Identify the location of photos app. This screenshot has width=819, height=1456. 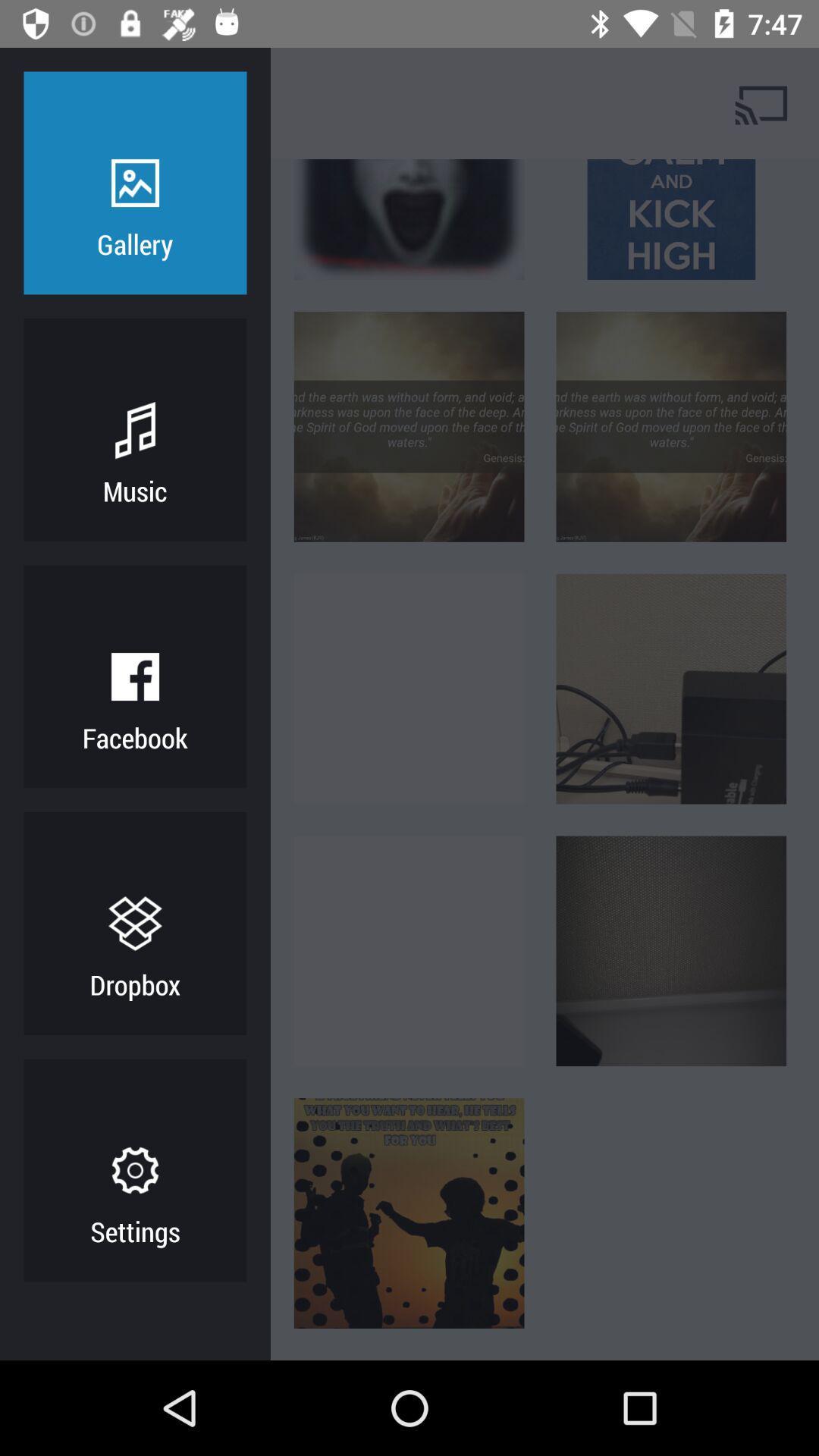
(193, 102).